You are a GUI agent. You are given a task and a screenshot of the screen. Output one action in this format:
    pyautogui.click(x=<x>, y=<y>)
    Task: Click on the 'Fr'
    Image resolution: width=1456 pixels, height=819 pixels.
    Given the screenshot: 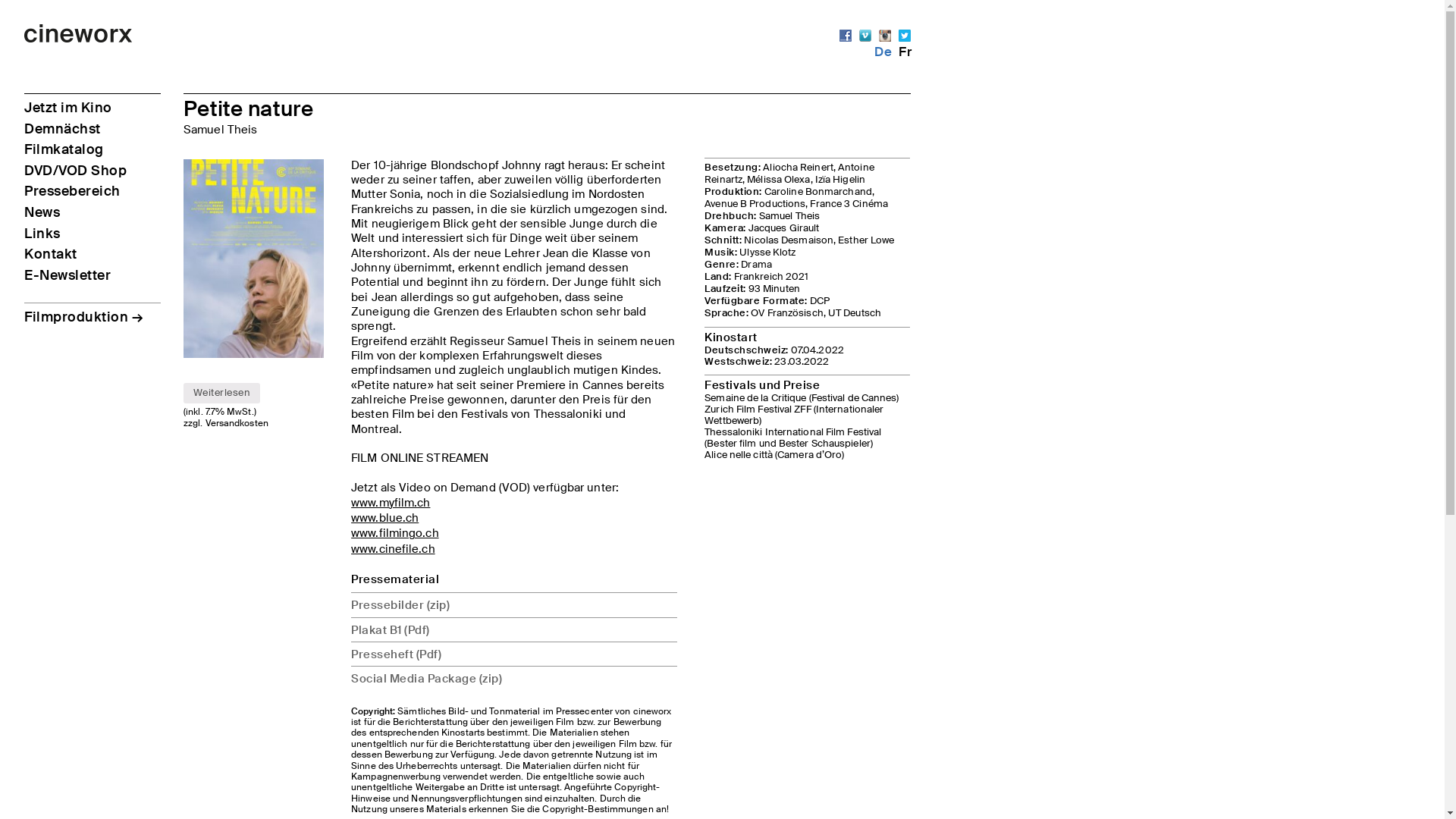 What is the action you would take?
    pyautogui.click(x=899, y=51)
    